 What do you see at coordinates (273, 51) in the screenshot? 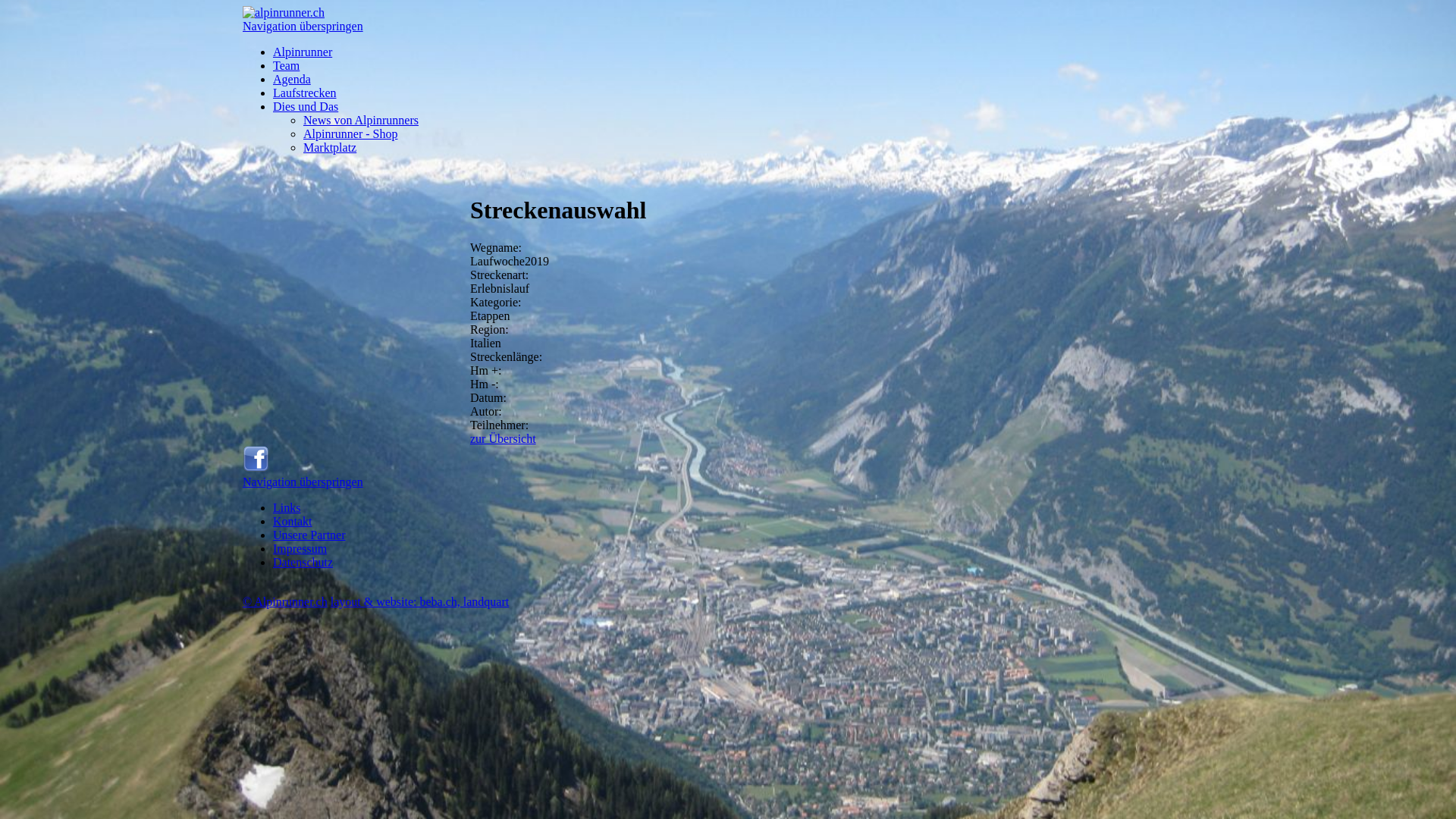
I see `'Alpinrunner'` at bounding box center [273, 51].